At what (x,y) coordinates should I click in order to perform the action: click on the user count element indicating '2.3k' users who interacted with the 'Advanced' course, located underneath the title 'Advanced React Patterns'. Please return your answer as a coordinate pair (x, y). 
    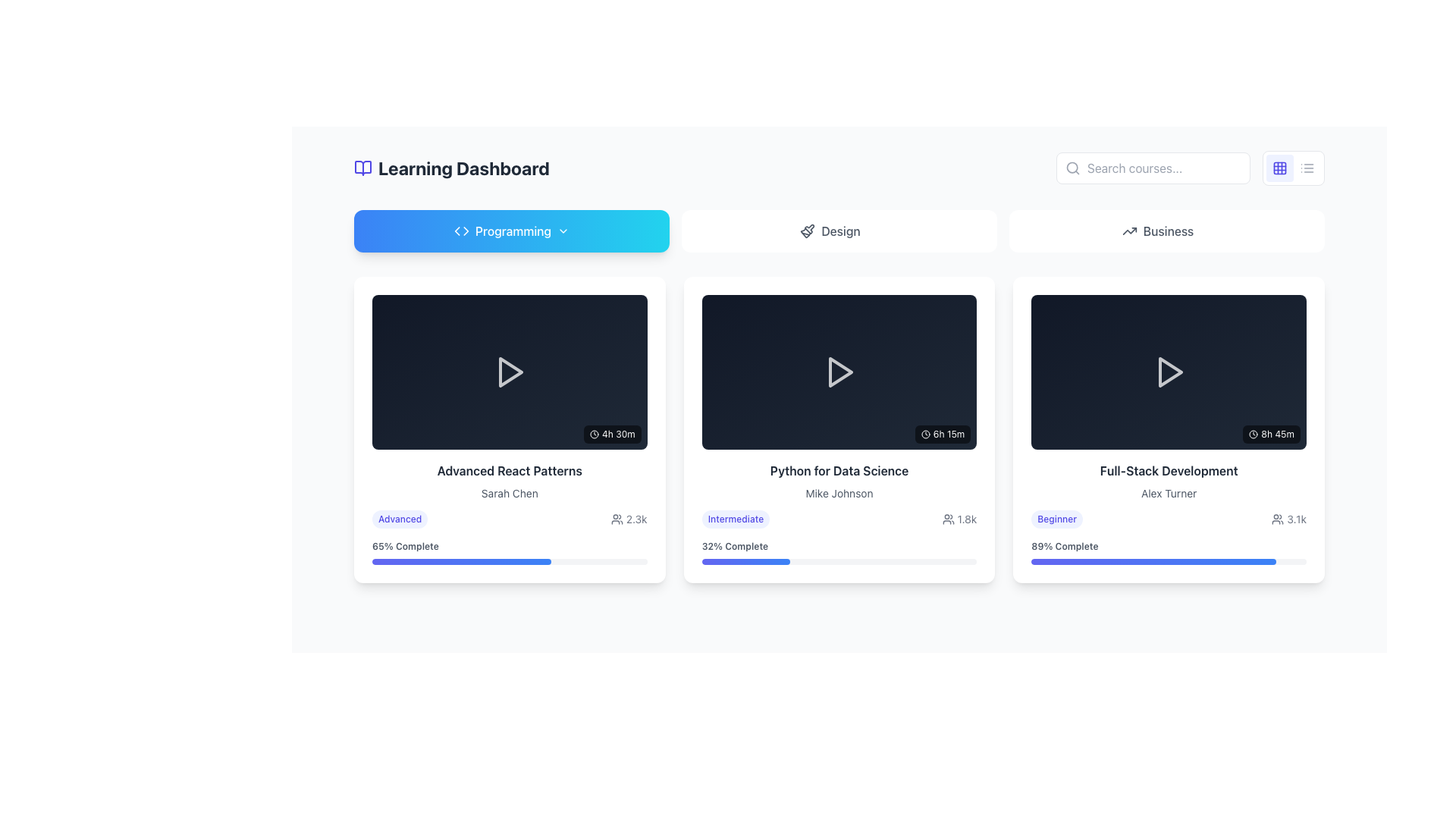
    Looking at the image, I should click on (510, 518).